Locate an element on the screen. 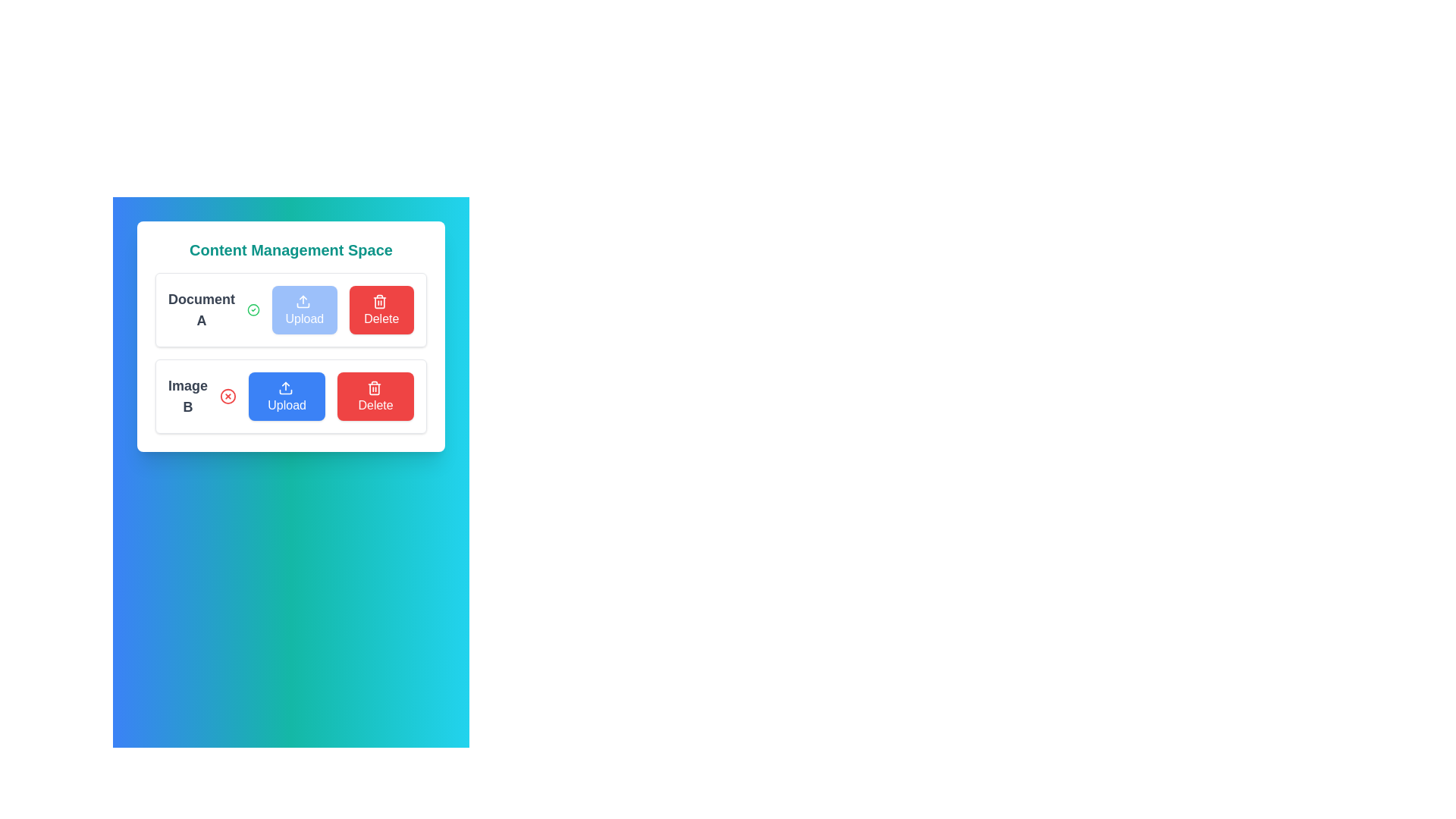 The height and width of the screenshot is (819, 1456). the 'Upload' button, which has a blue background, white text, and rounded corners, positioned in the middle of a horizontal row within the 'Document A' box is located at coordinates (291, 309).